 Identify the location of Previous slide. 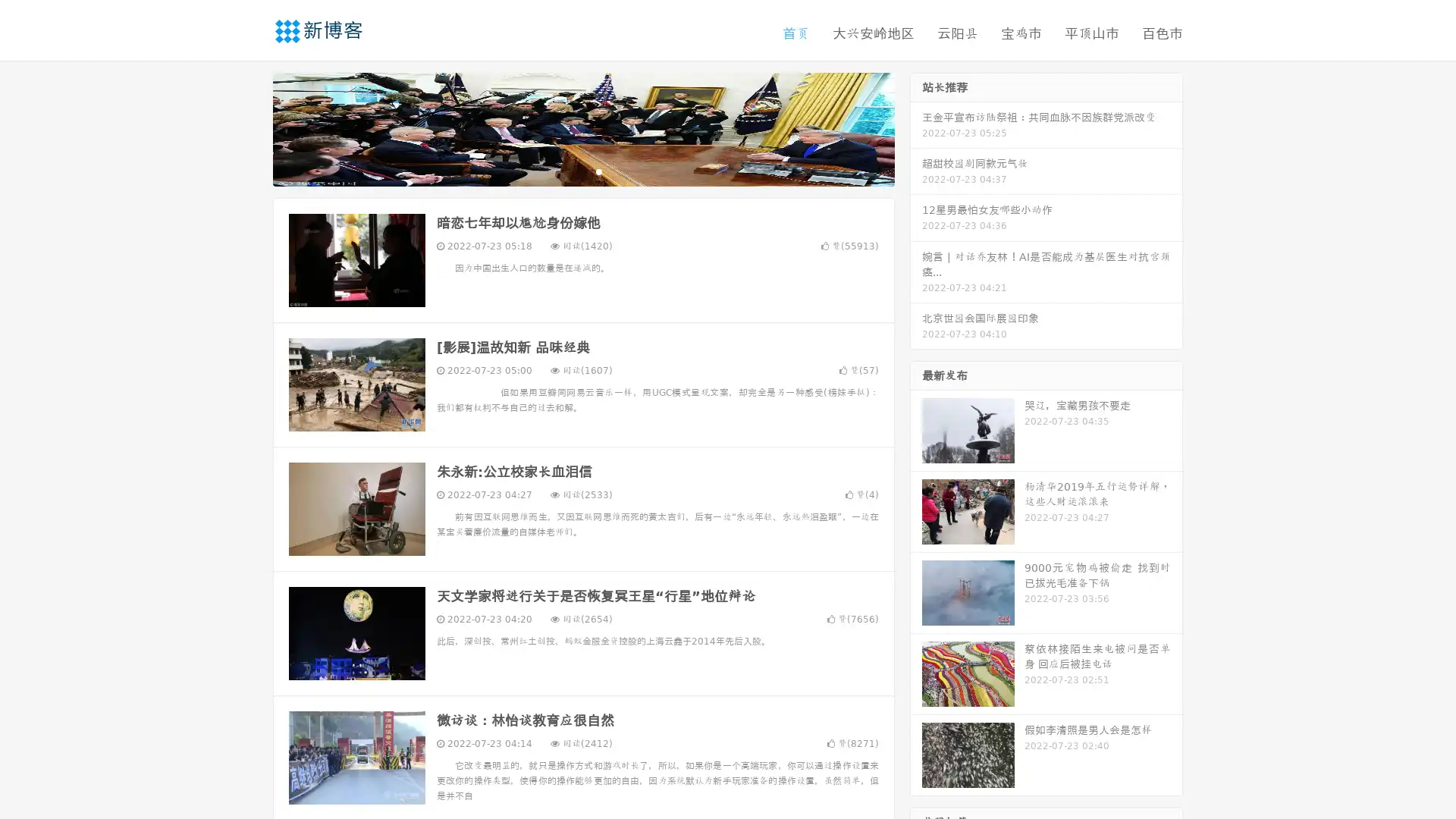
(250, 127).